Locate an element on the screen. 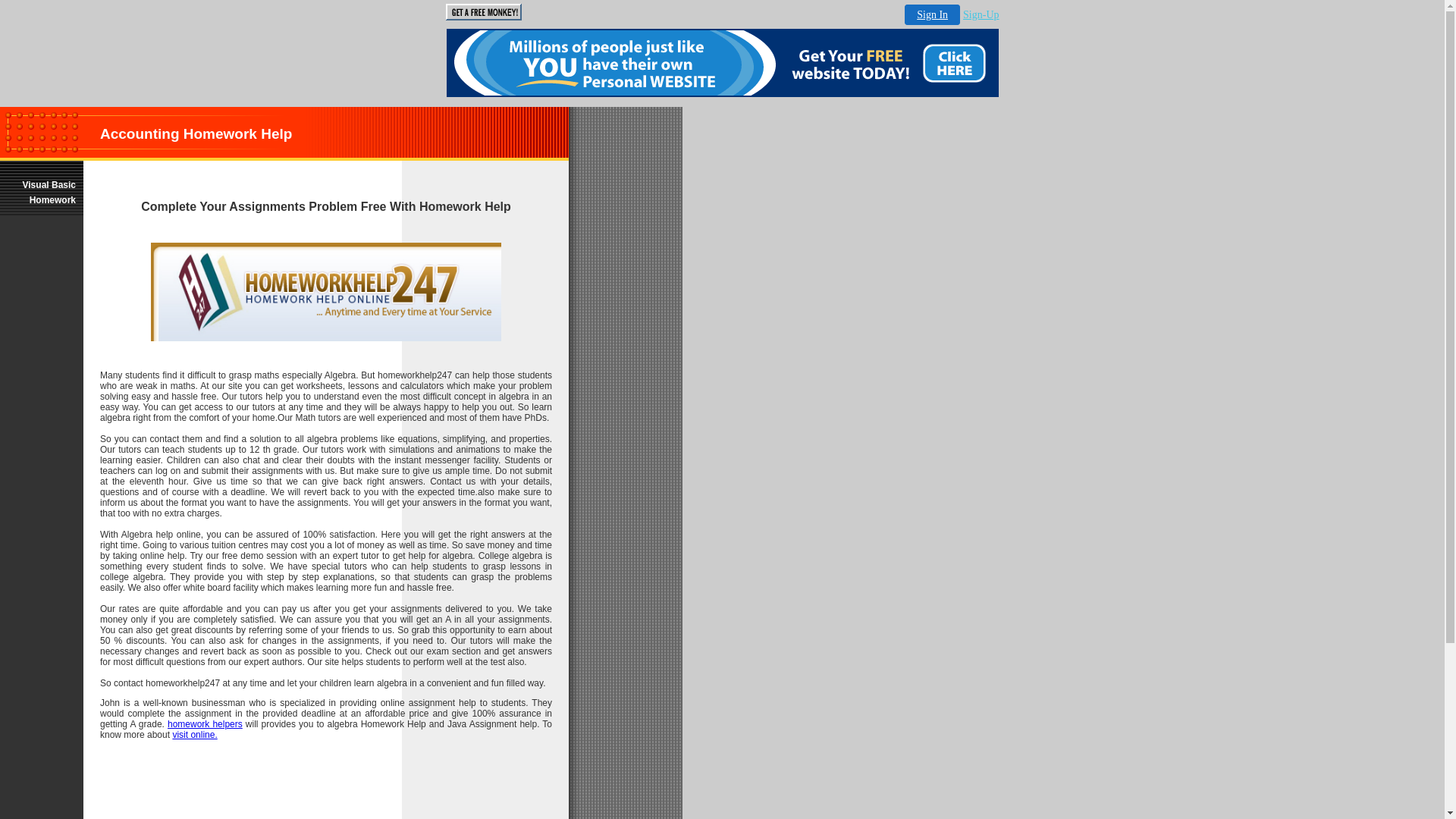  'Sign-Up' is located at coordinates (981, 14).